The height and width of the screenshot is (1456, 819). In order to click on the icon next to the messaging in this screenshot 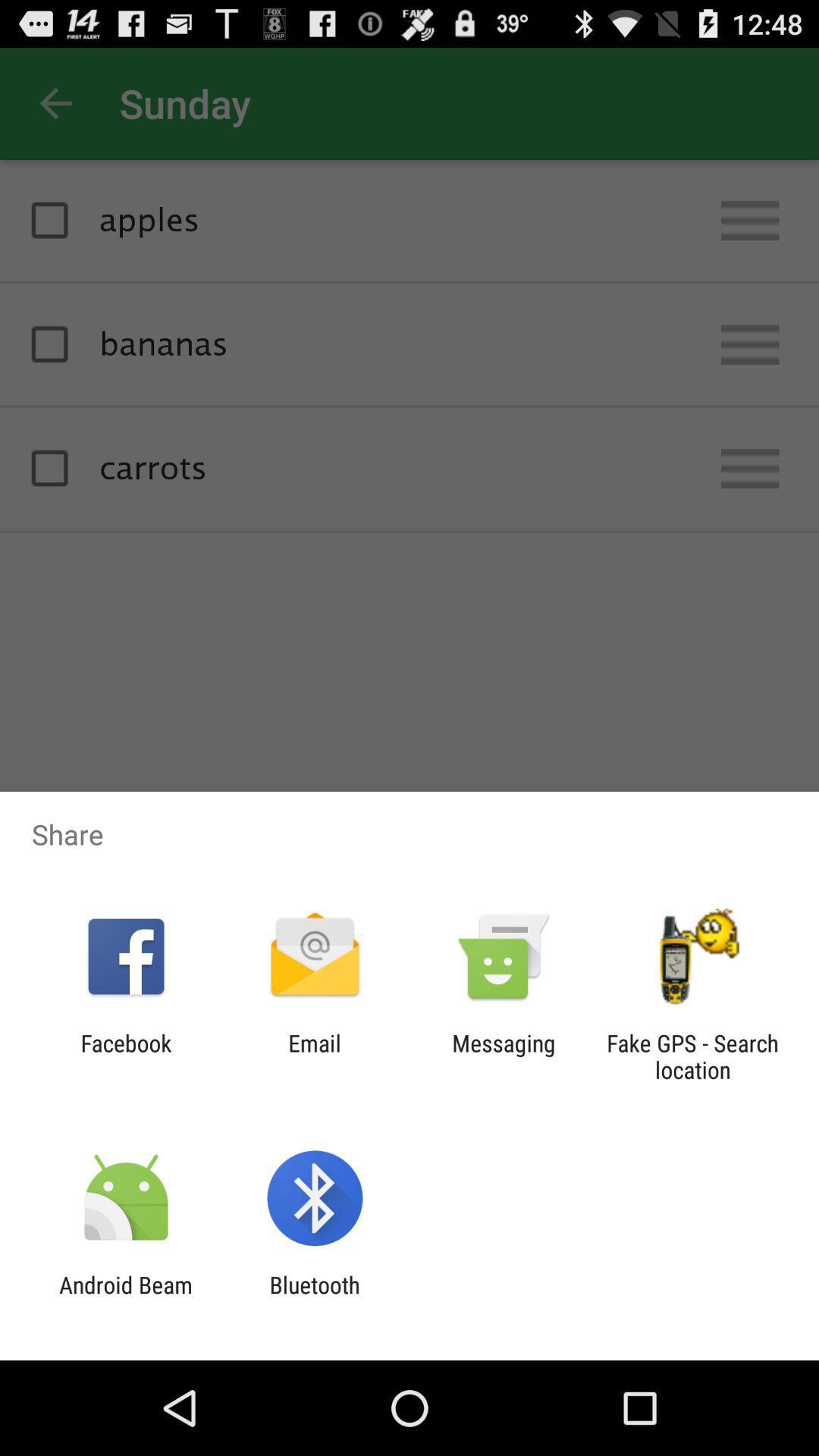, I will do `click(314, 1056)`.